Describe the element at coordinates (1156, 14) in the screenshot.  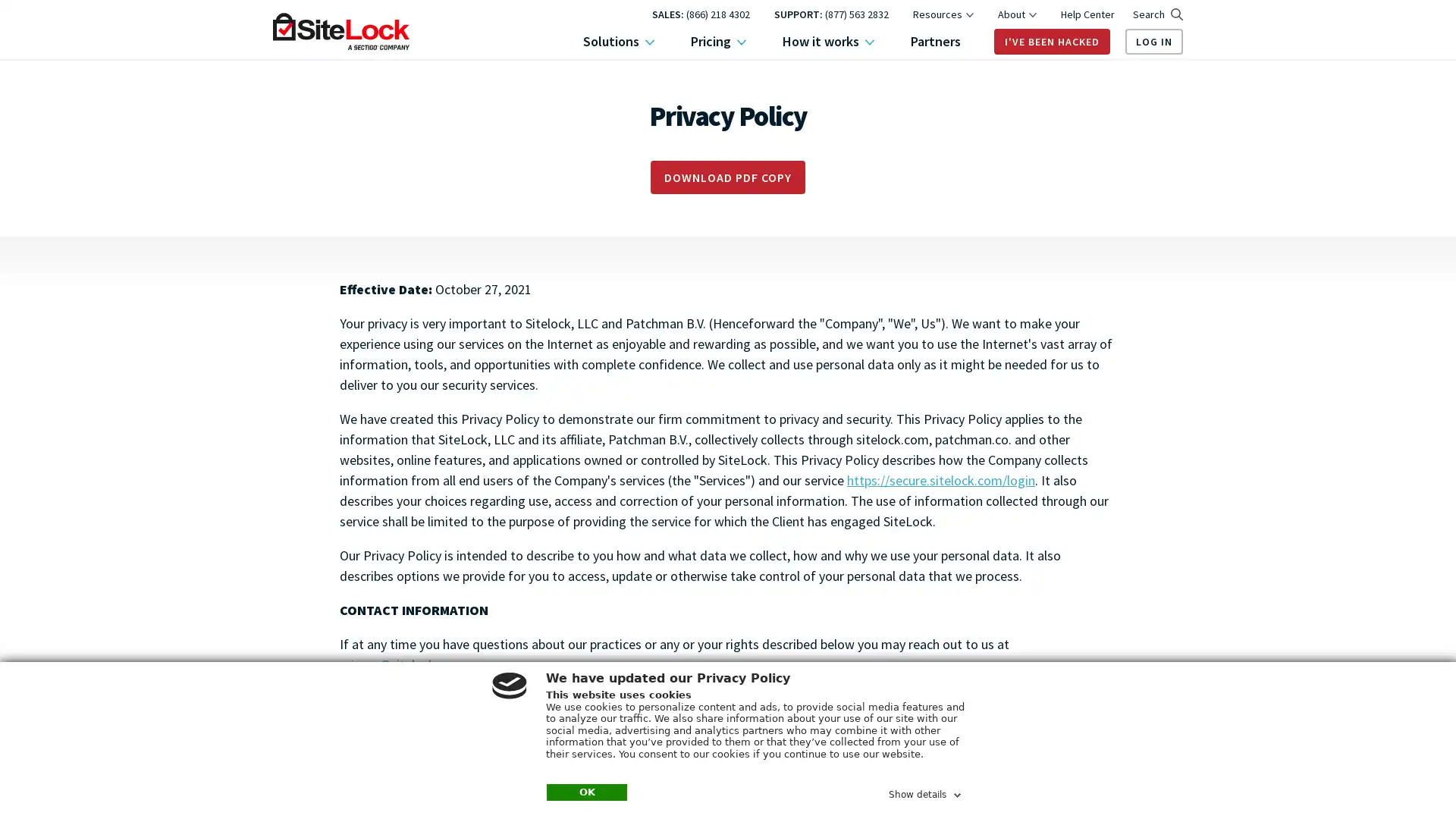
I see `Search` at that location.